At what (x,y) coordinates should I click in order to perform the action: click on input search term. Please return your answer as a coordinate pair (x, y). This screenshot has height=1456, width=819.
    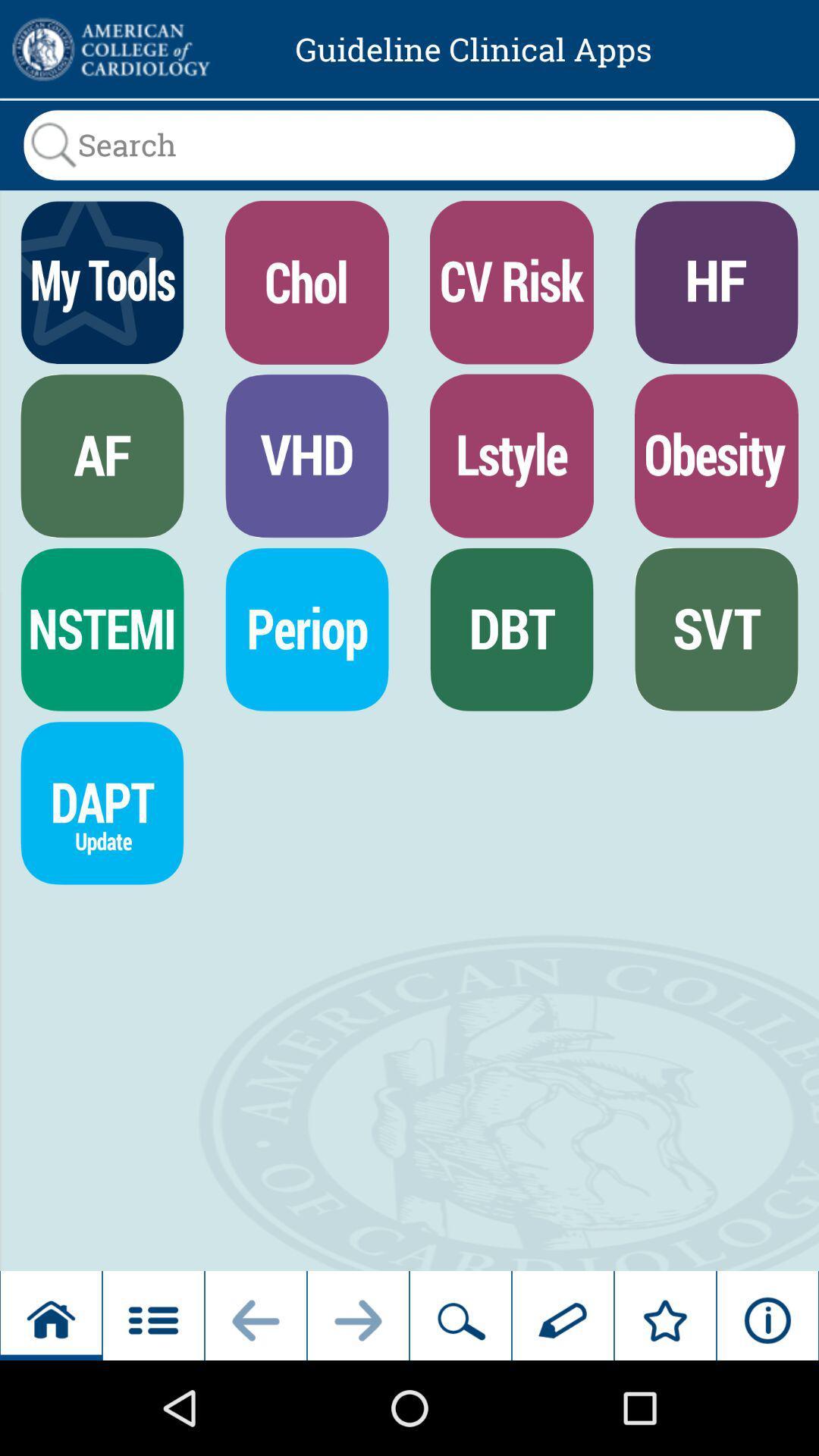
    Looking at the image, I should click on (409, 145).